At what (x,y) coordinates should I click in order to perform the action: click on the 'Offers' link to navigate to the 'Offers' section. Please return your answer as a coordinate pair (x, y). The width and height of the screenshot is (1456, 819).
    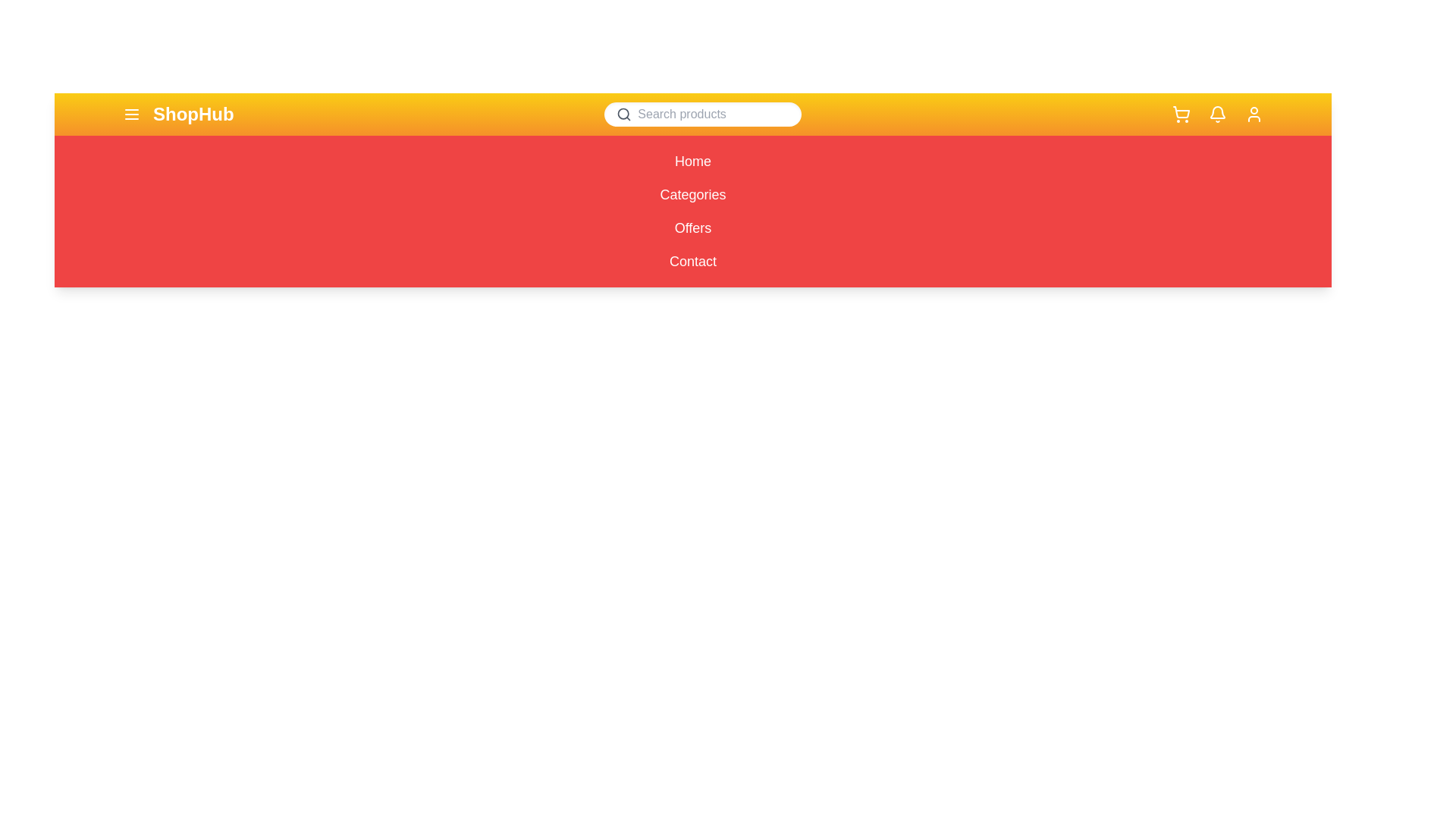
    Looking at the image, I should click on (692, 227).